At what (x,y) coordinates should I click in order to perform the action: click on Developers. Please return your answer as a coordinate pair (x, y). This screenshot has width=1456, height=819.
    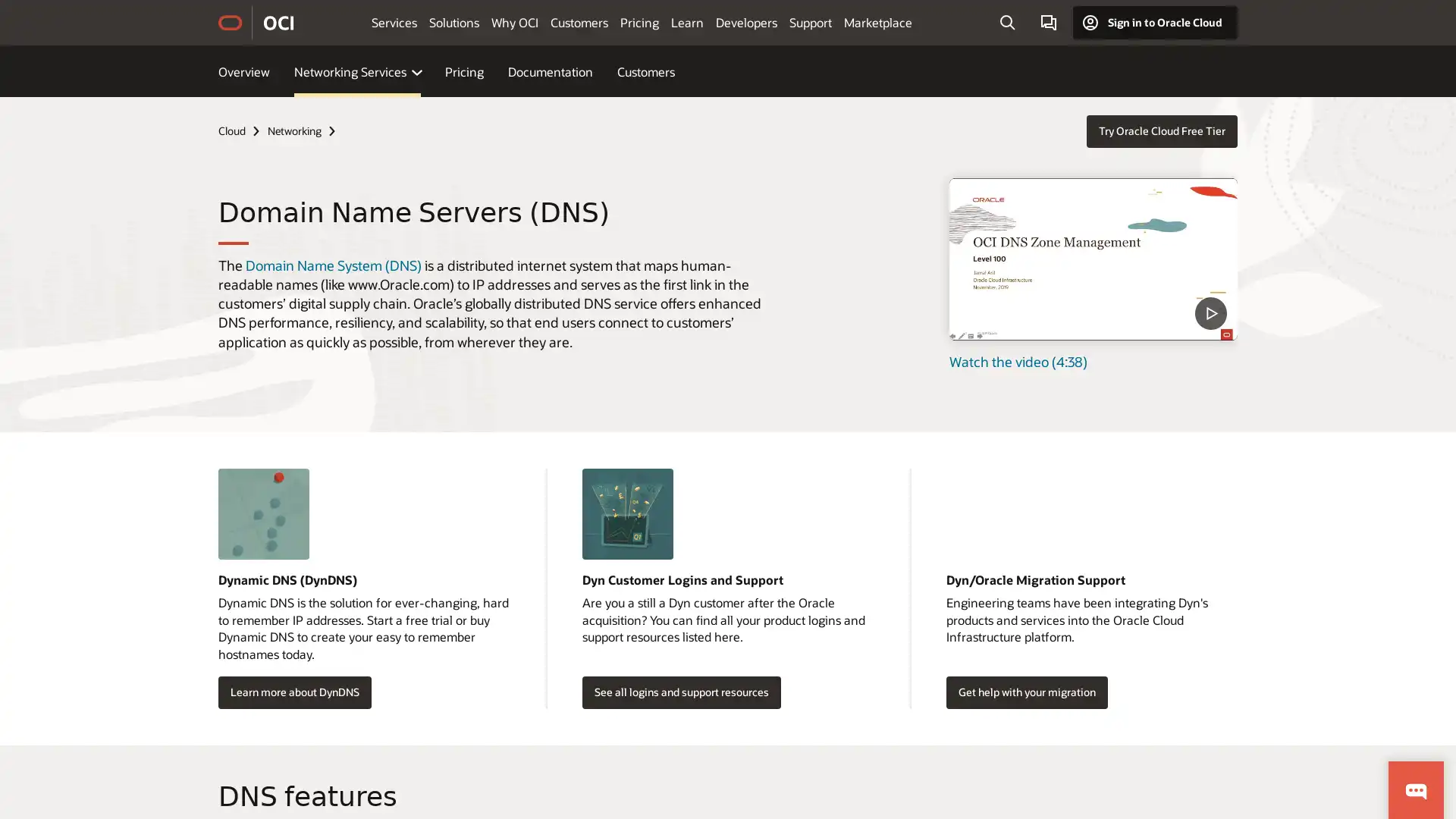
    Looking at the image, I should click on (746, 22).